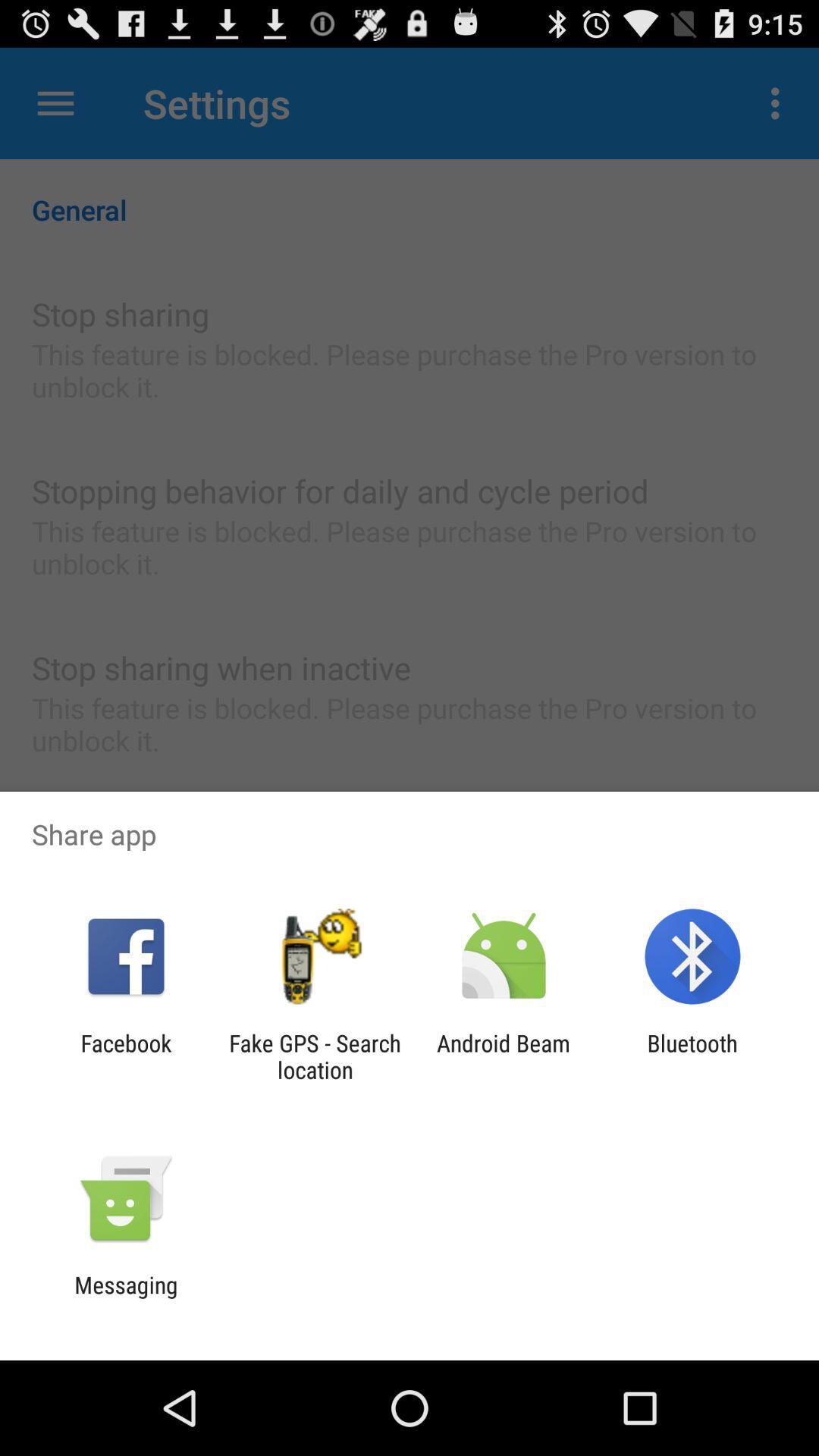  Describe the element at coordinates (692, 1056) in the screenshot. I see `app to the right of android beam item` at that location.